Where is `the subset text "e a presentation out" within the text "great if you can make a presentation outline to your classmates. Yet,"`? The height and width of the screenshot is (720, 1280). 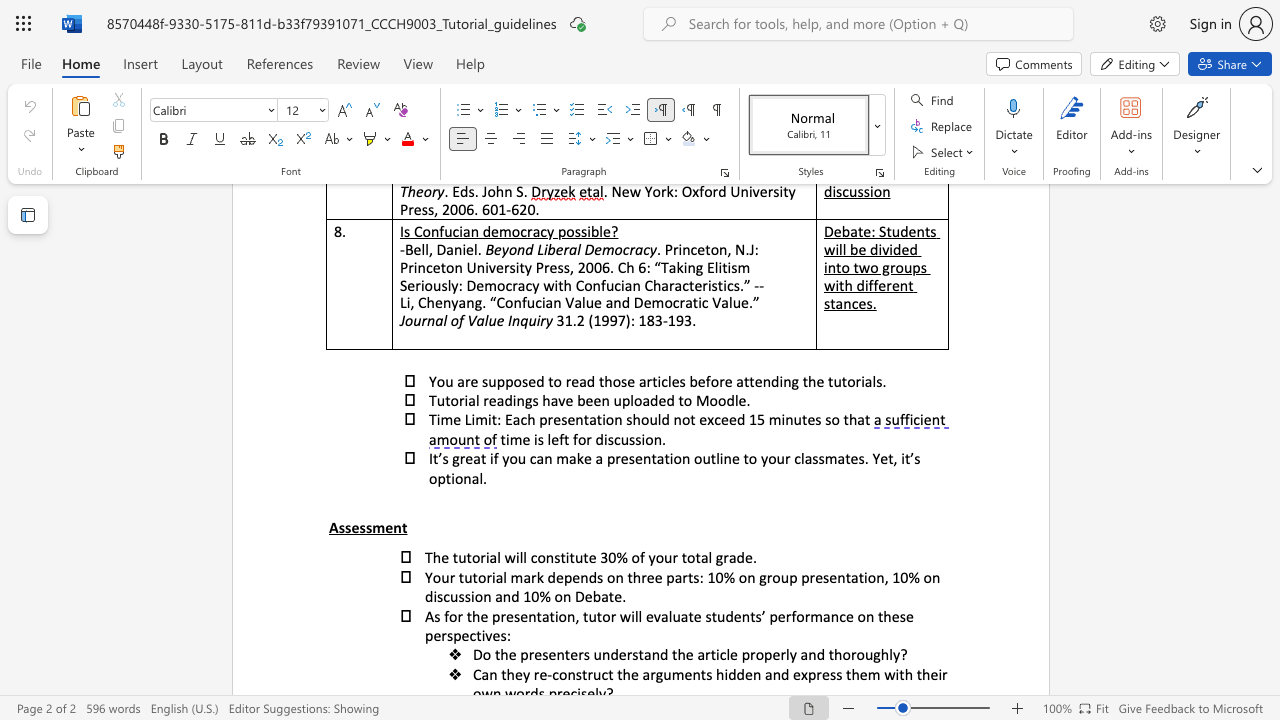
the subset text "e a presentation out" within the text "great if you can make a presentation outline to your classmates. Yet," is located at coordinates (583, 458).